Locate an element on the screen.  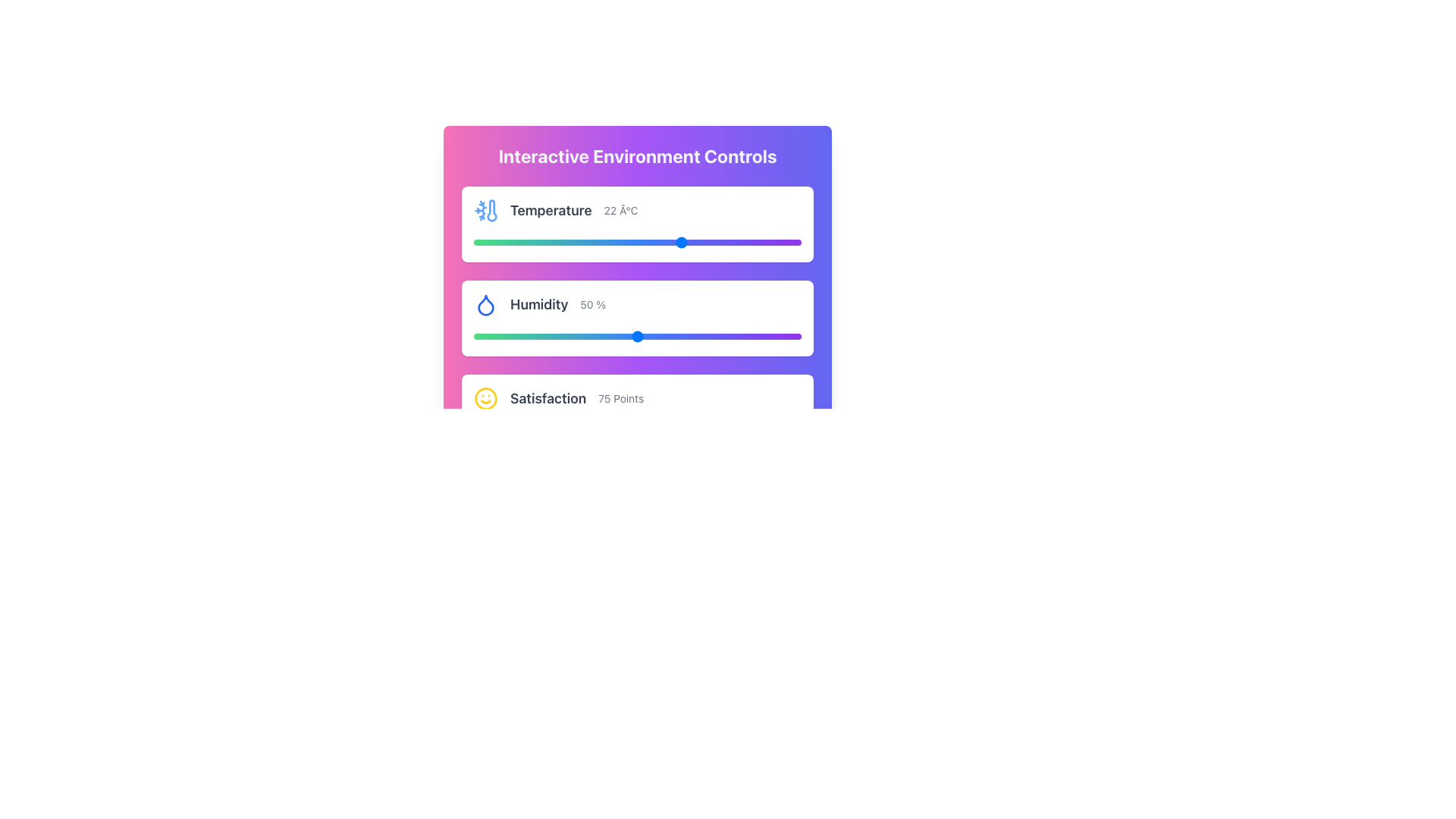
the blue water droplet outline icon located in the 'Humidity' section, next to the text 'Humidity 50%' is located at coordinates (486, 304).